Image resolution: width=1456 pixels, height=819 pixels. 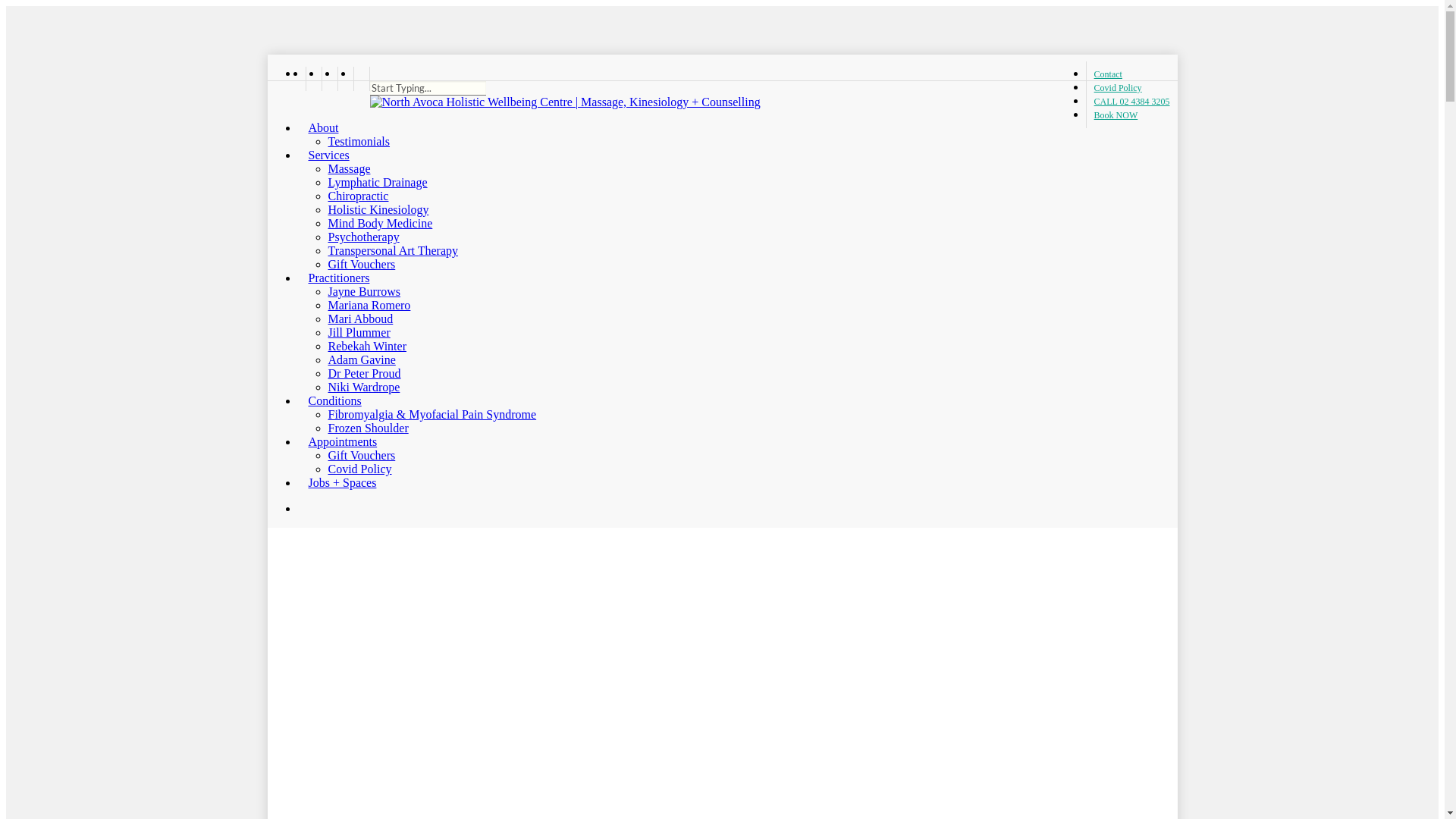 I want to click on 'Mind Body Medicine', so click(x=379, y=223).